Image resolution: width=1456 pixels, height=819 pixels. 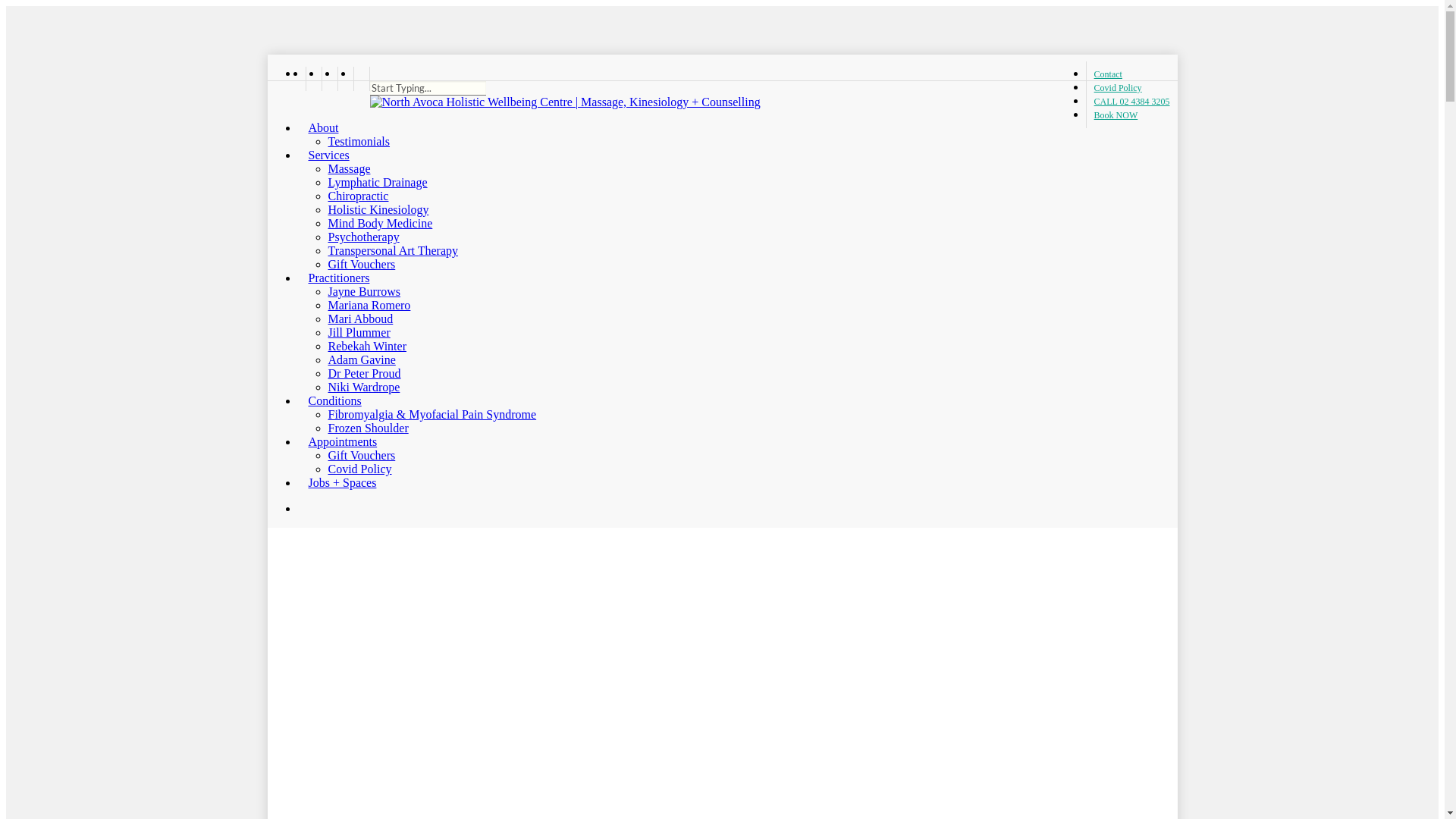 I want to click on 'Mind Body Medicine', so click(x=379, y=223).